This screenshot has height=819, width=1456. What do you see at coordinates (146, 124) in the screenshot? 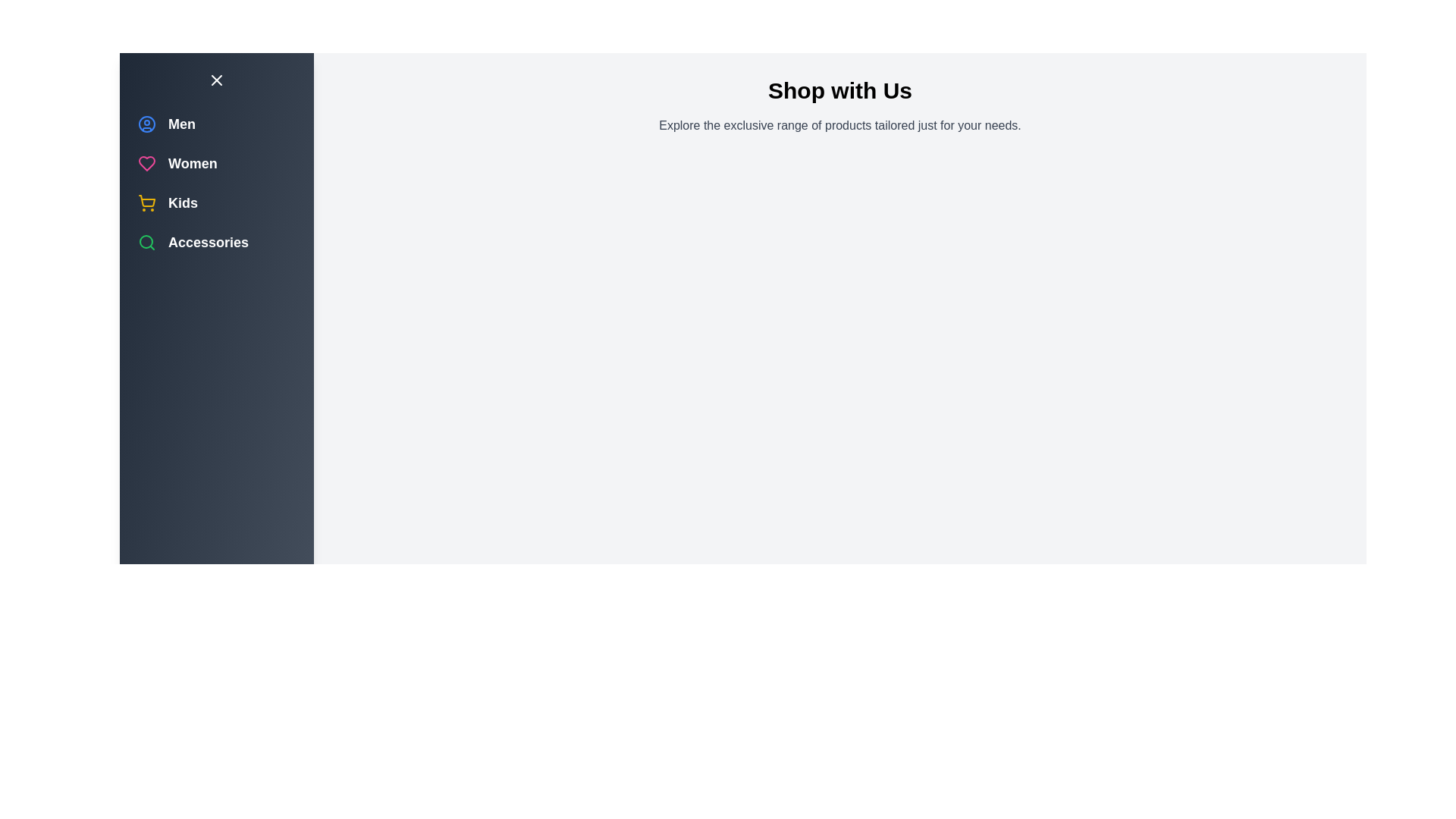
I see `the category Men to select it` at bounding box center [146, 124].